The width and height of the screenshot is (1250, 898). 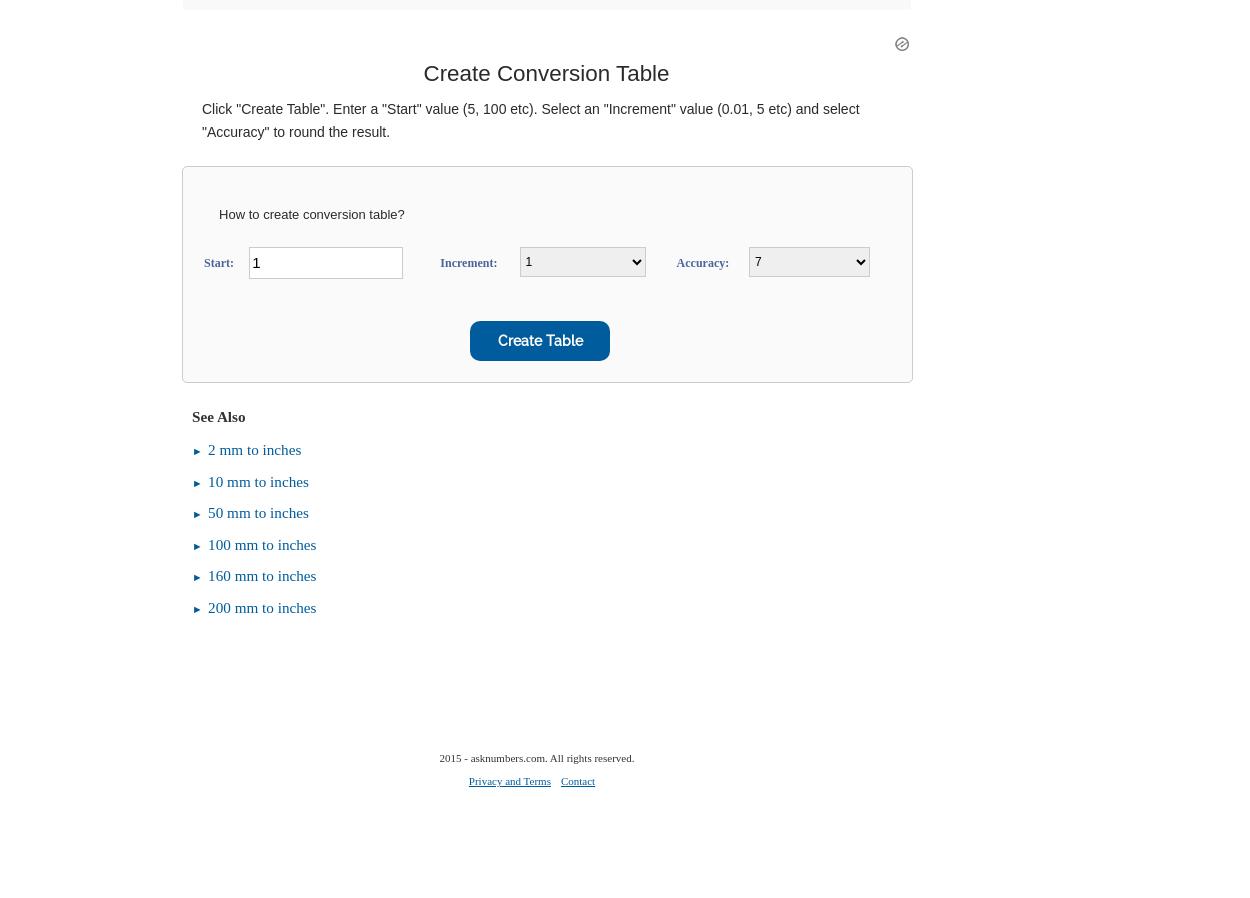 What do you see at coordinates (262, 605) in the screenshot?
I see `'200 mm to inches'` at bounding box center [262, 605].